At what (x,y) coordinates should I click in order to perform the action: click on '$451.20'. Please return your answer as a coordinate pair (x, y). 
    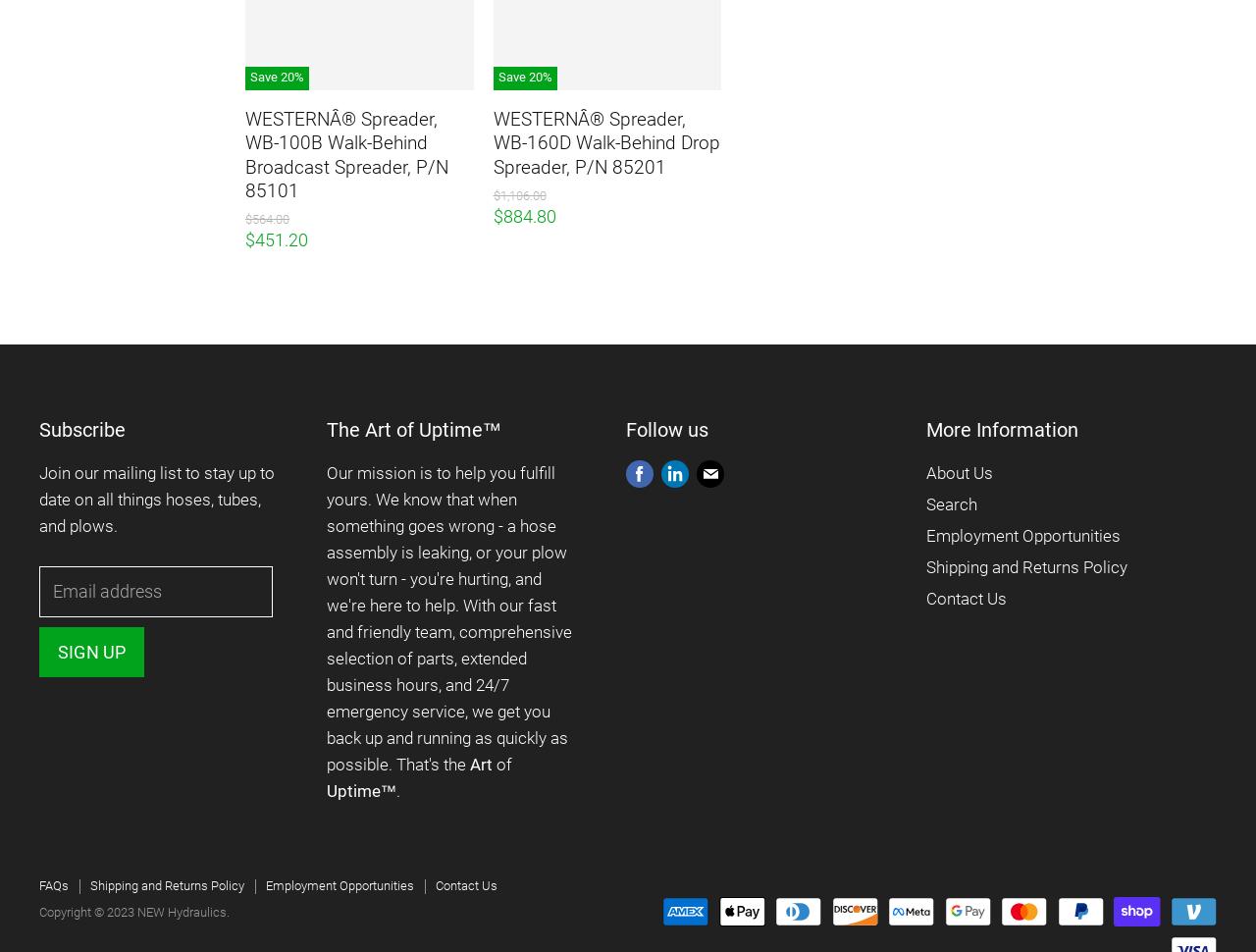
    Looking at the image, I should click on (275, 238).